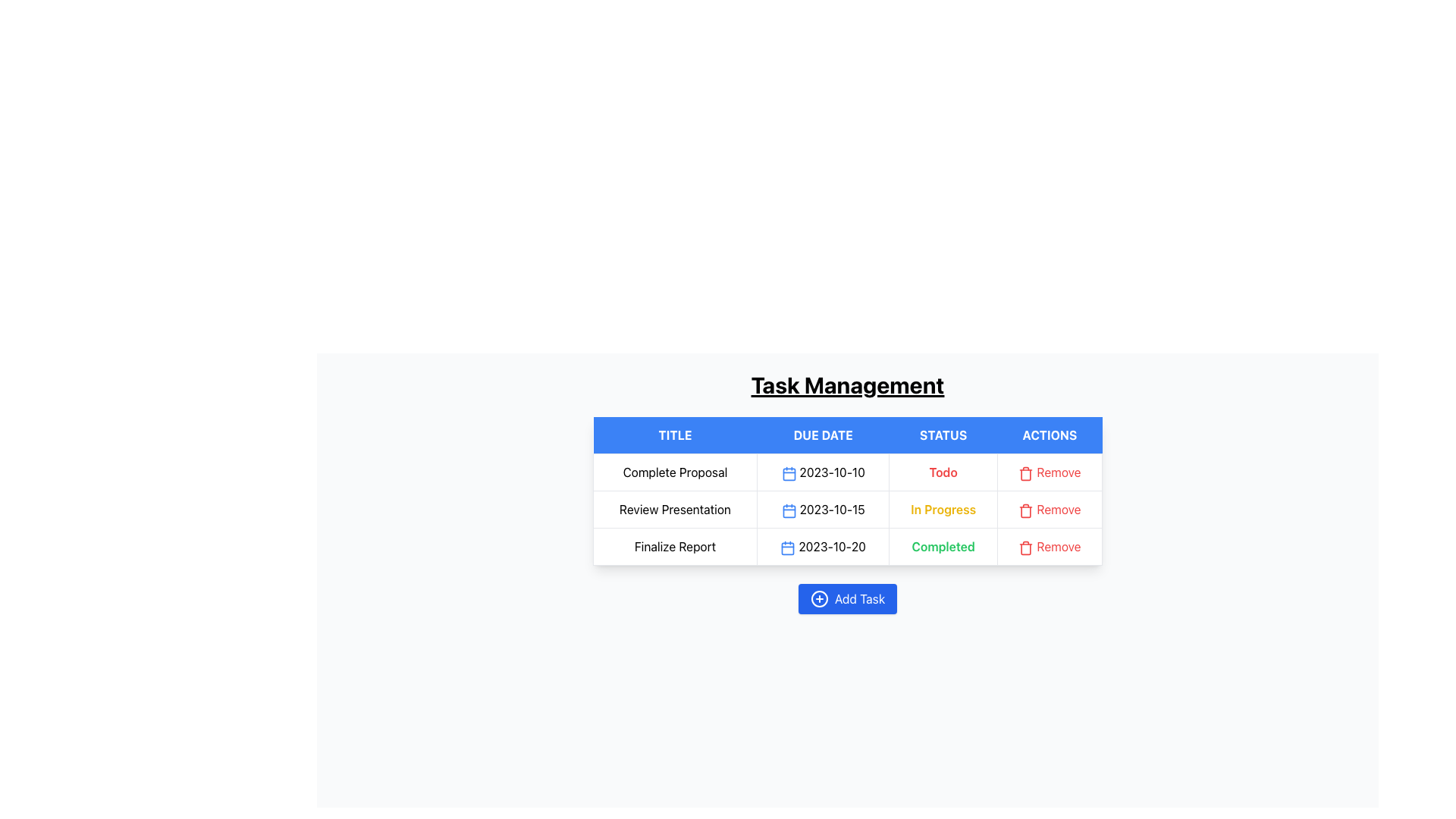  Describe the element at coordinates (789, 472) in the screenshot. I see `the calendar icon located in the 'DUE DATE' column of the first row in the 'Task Management' table, which is adjacent to the text '2023-10-10' for potential interactions` at that location.